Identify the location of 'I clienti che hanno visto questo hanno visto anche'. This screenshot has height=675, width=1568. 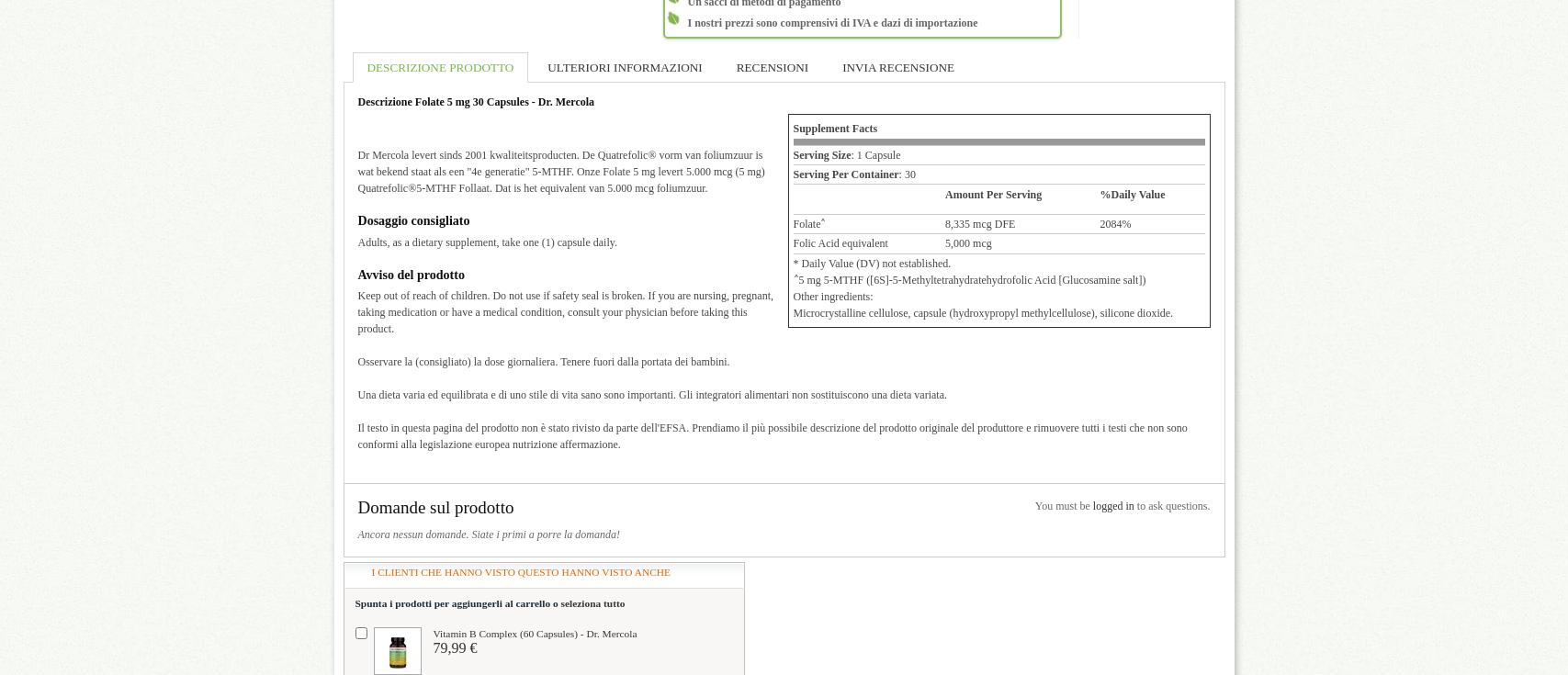
(520, 571).